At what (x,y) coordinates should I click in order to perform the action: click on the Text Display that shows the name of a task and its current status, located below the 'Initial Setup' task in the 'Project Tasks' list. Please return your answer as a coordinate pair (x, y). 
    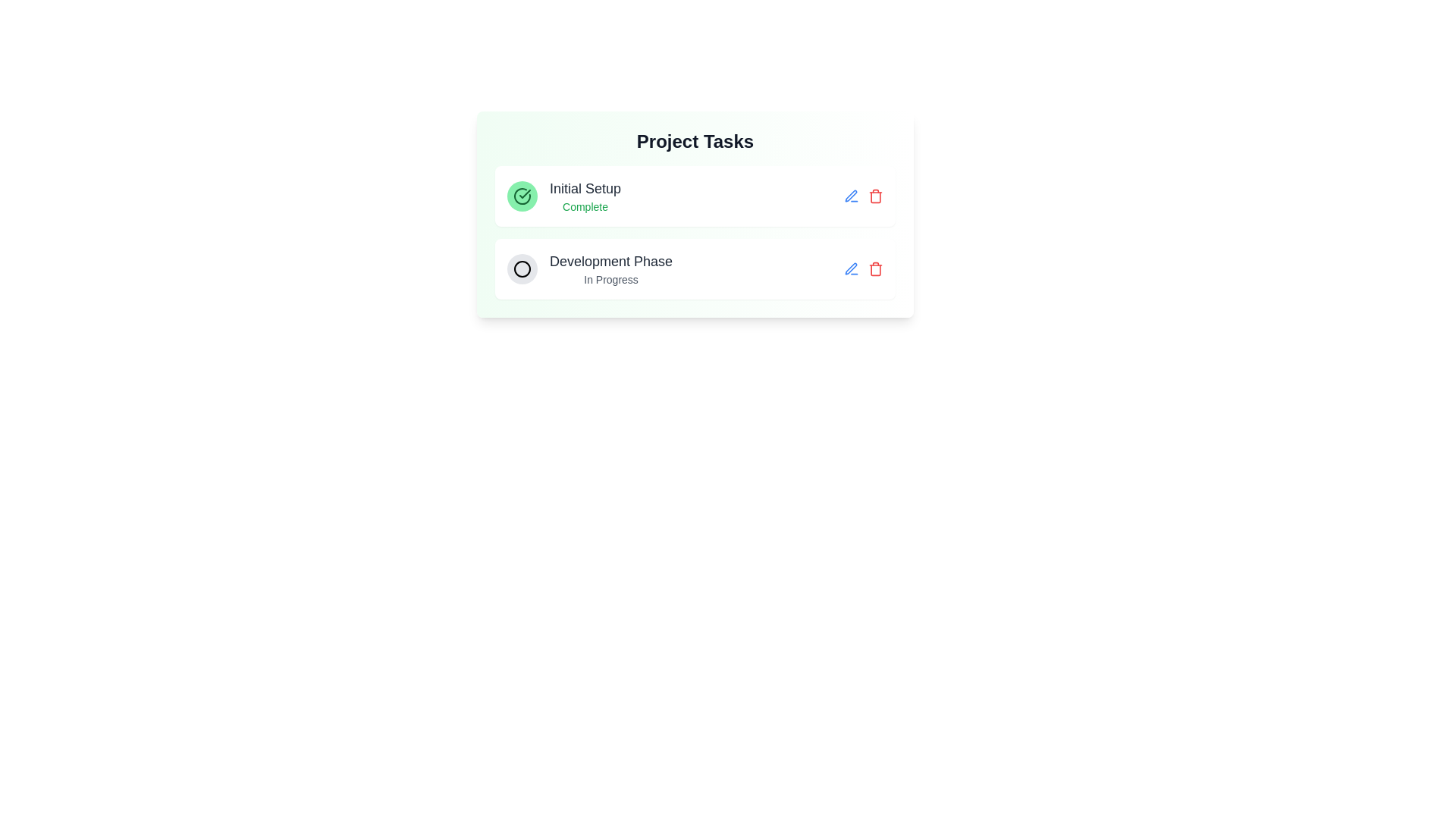
    Looking at the image, I should click on (611, 268).